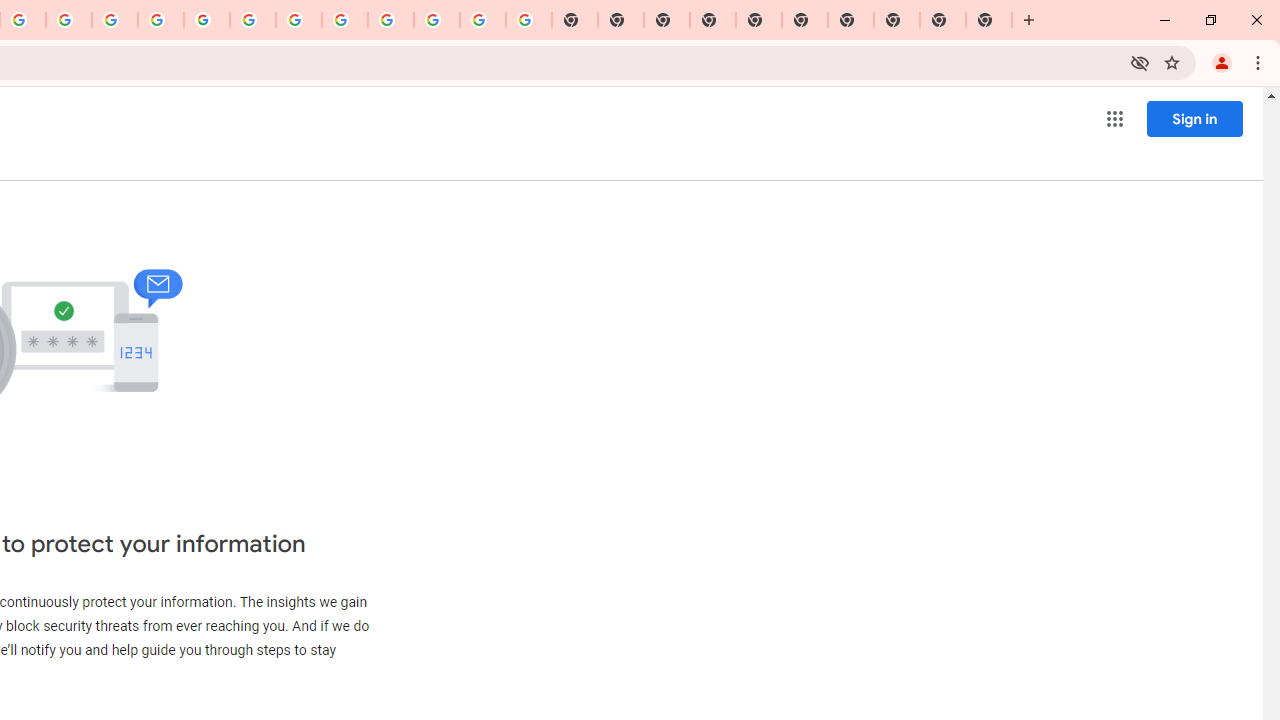 Image resolution: width=1280 pixels, height=720 pixels. What do you see at coordinates (252, 20) in the screenshot?
I see `'YouTube'` at bounding box center [252, 20].